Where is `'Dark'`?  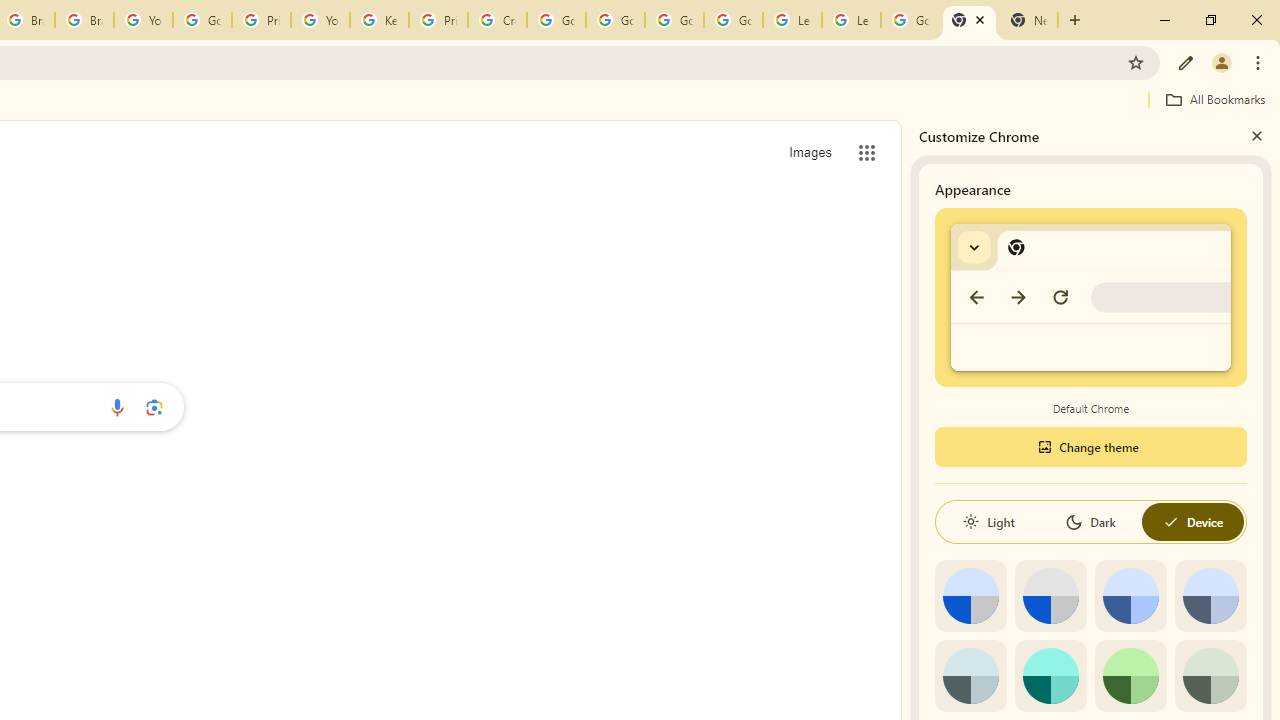 'Dark' is located at coordinates (1089, 521).